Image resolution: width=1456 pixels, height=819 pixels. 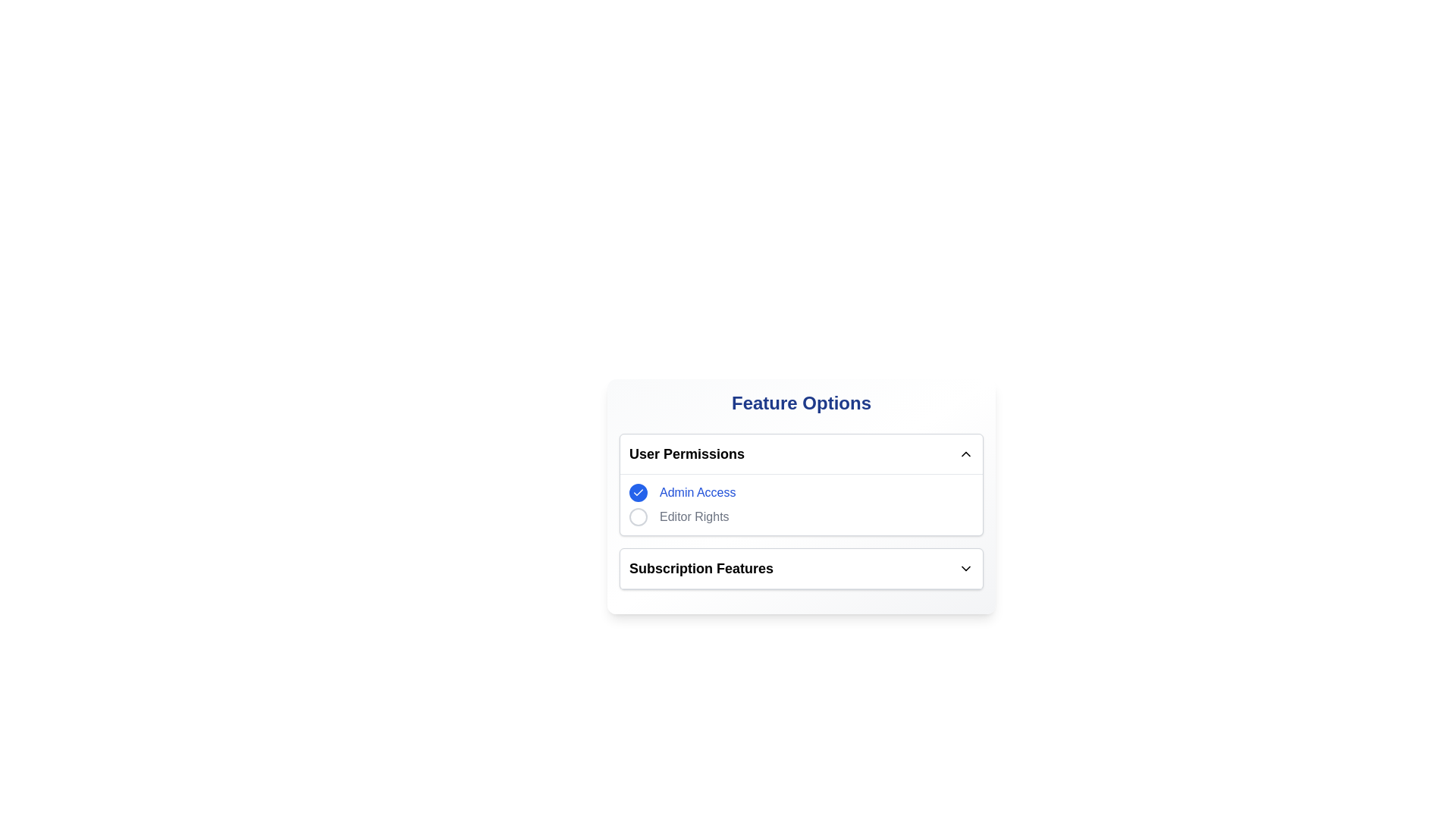 I want to click on the 'Admin Access' icon within the user permissions section to trigger additional effects, so click(x=638, y=493).